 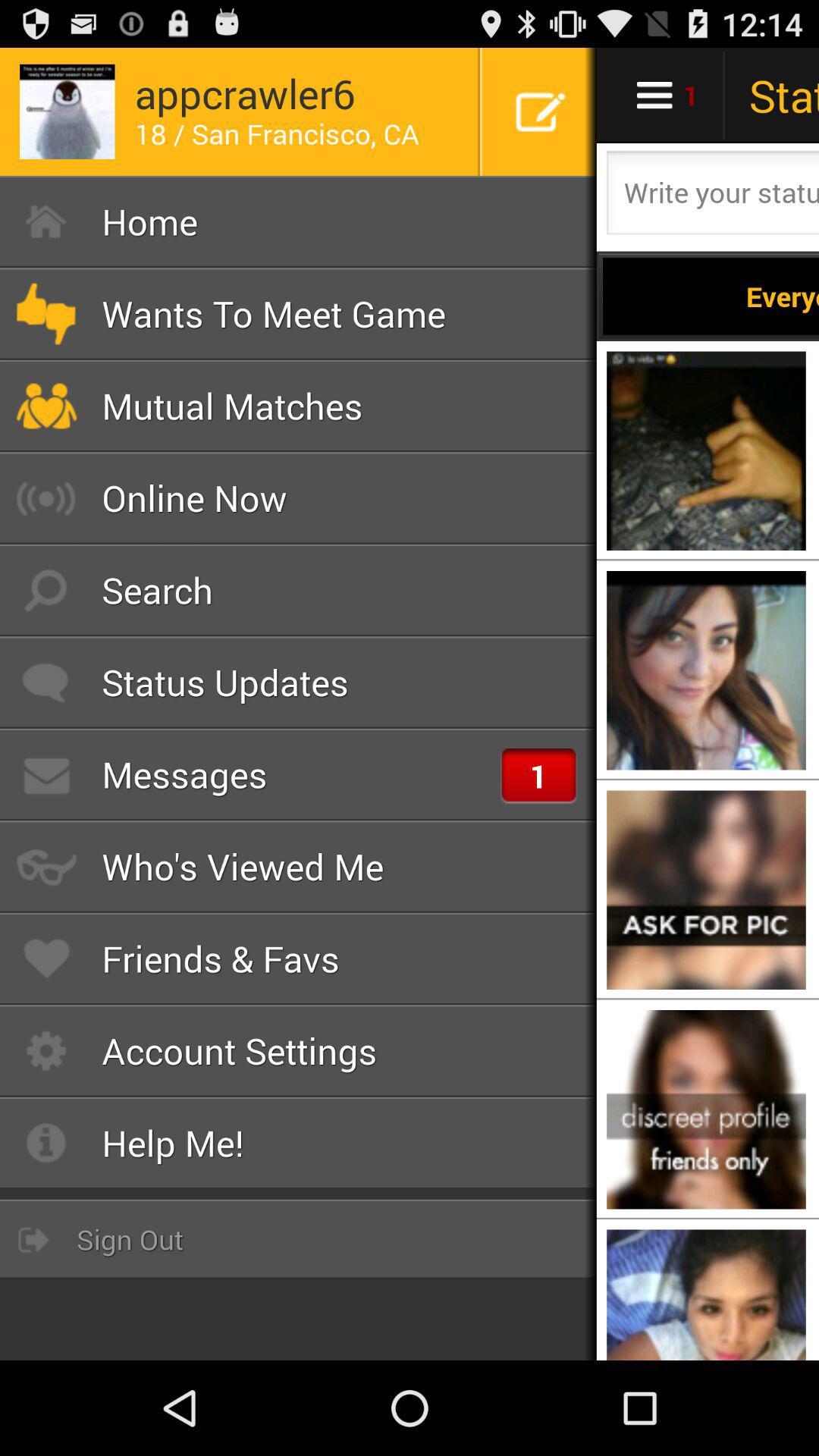 I want to click on the wants to meet, so click(x=298, y=312).